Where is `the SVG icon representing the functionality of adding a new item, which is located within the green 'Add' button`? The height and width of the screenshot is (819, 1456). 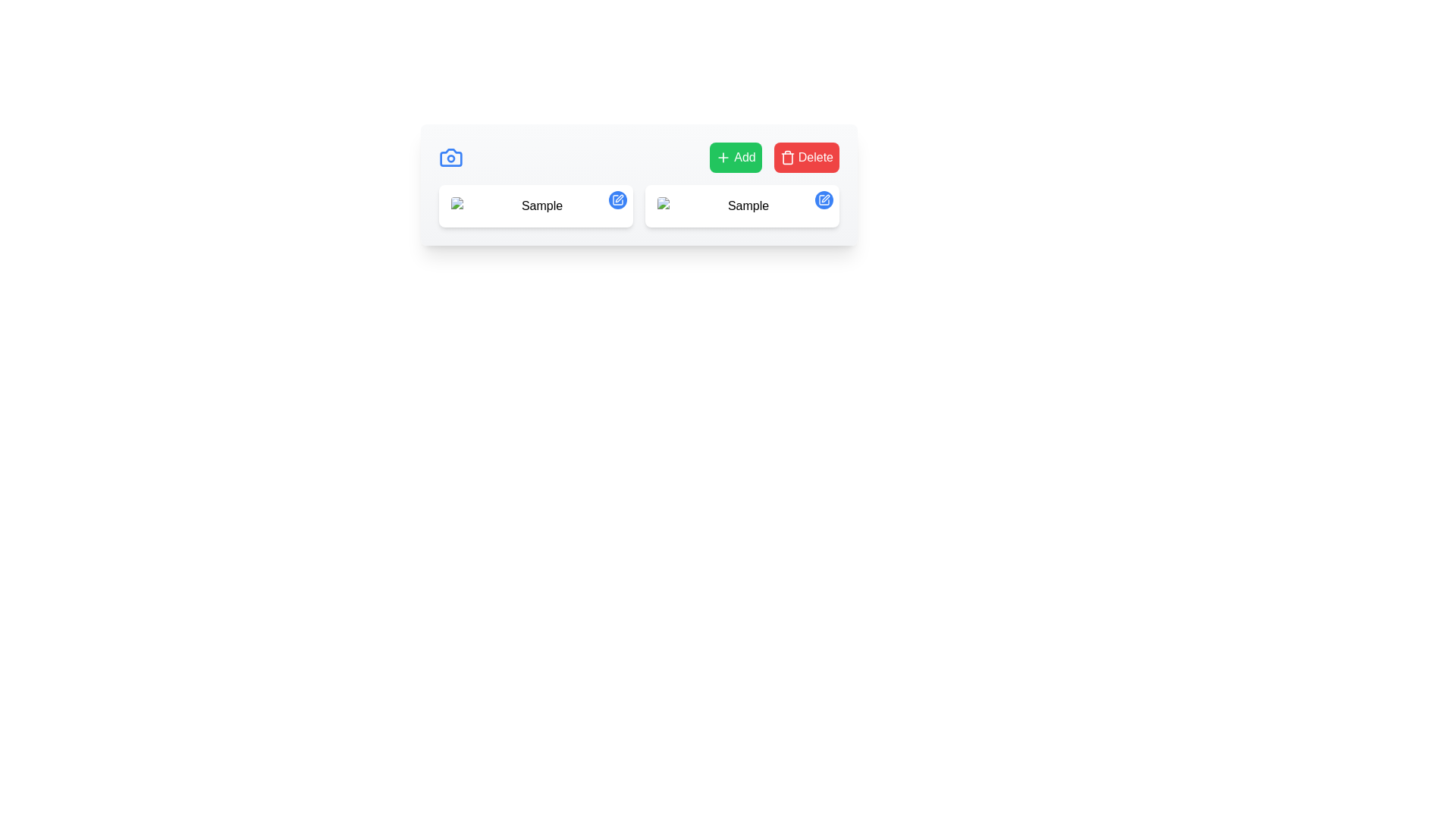
the SVG icon representing the functionality of adding a new item, which is located within the green 'Add' button is located at coordinates (723, 158).